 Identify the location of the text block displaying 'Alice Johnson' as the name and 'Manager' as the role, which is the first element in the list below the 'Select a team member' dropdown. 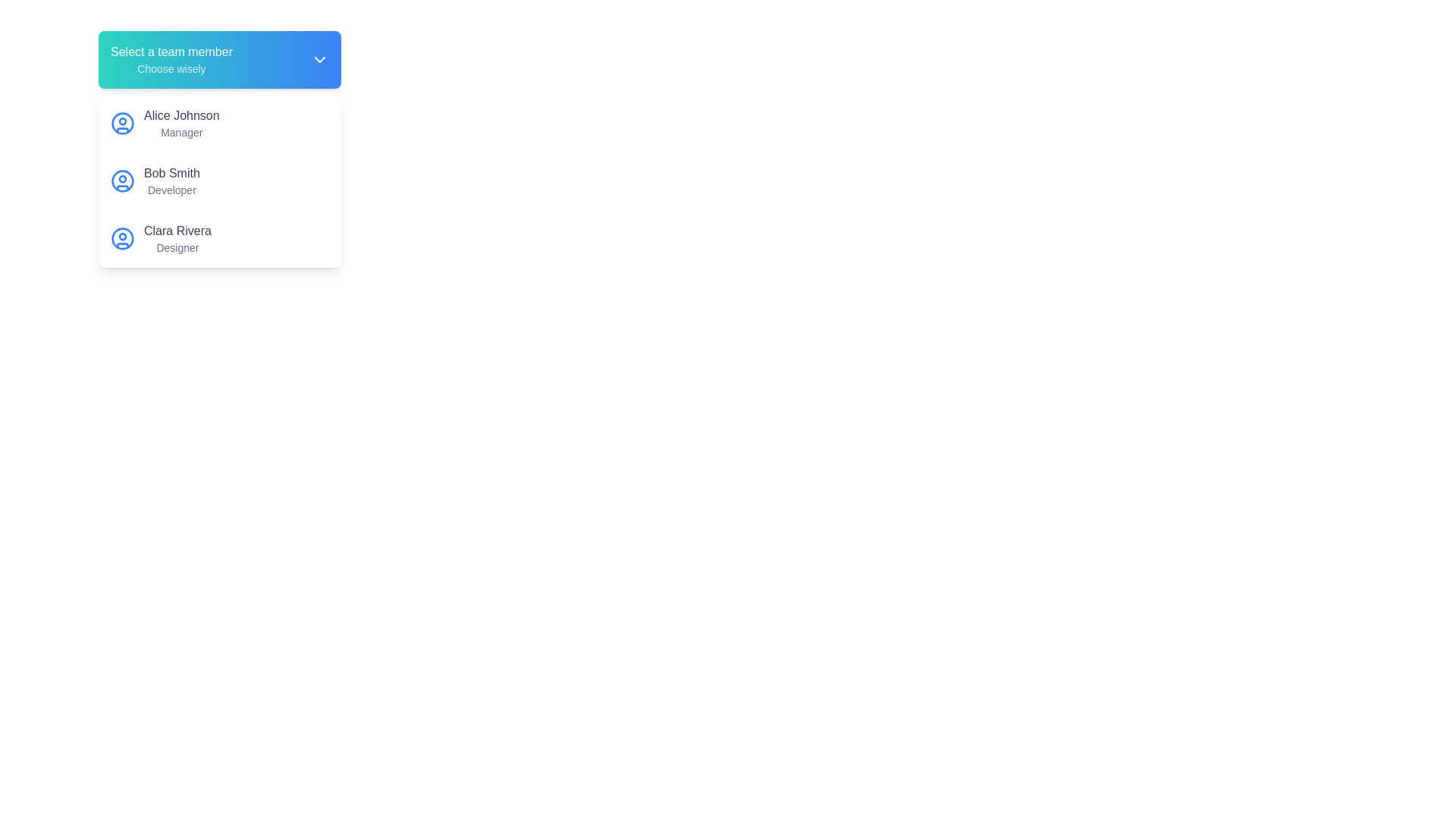
(181, 122).